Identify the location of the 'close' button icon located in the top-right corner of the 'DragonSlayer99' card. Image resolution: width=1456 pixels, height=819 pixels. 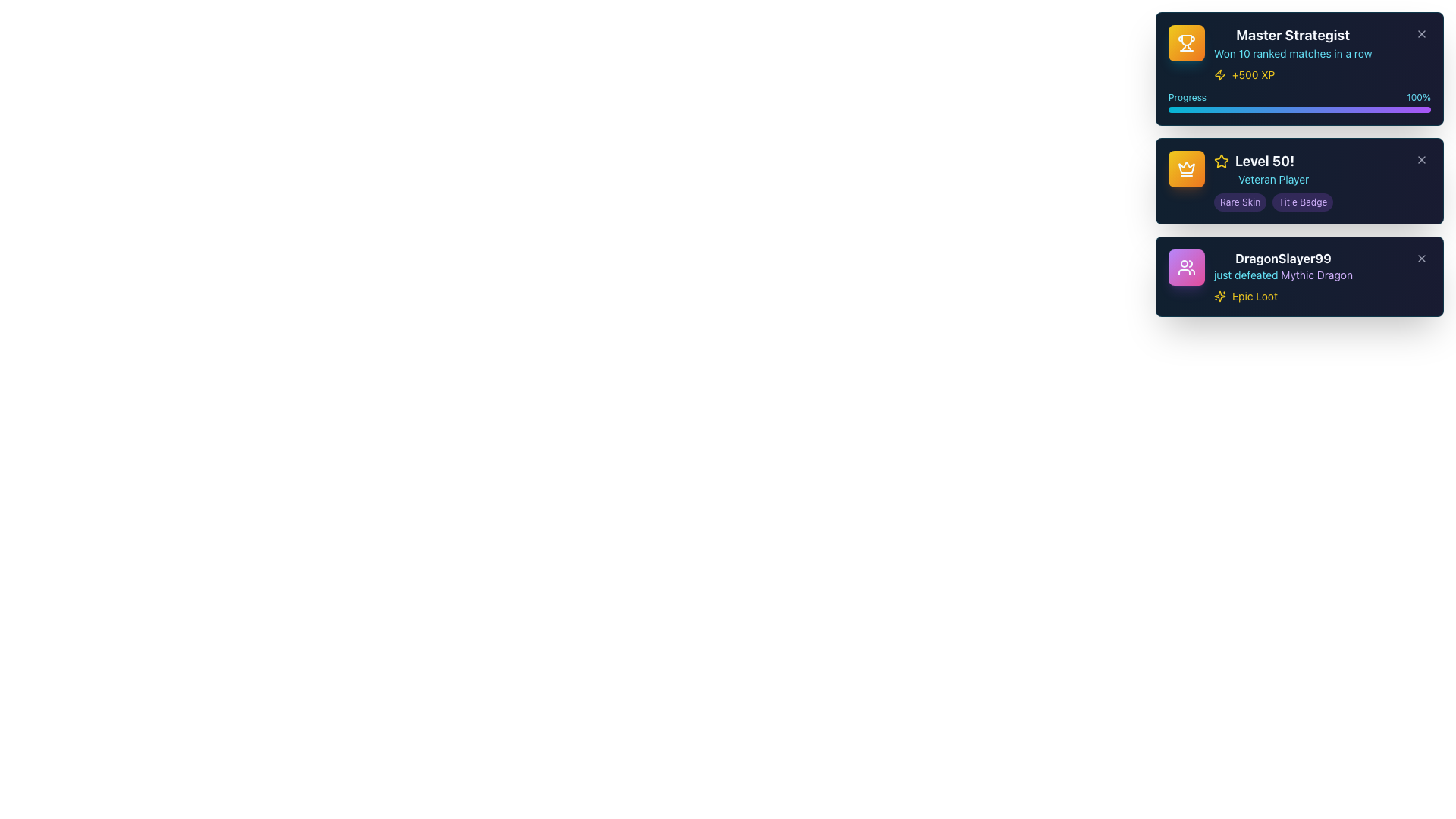
(1421, 257).